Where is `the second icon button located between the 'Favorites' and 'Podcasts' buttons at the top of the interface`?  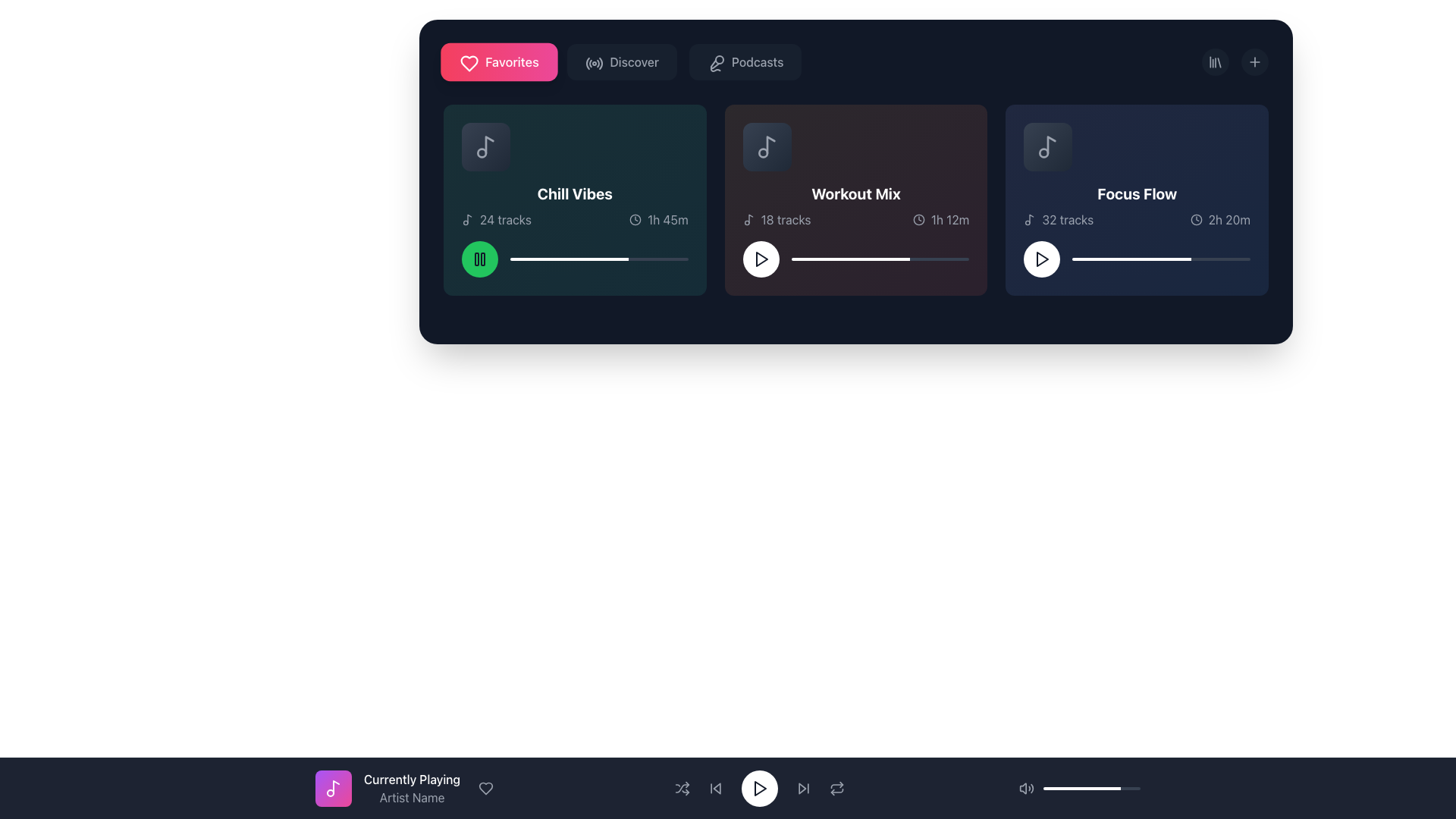 the second icon button located between the 'Favorites' and 'Podcasts' buttons at the top of the interface is located at coordinates (594, 63).